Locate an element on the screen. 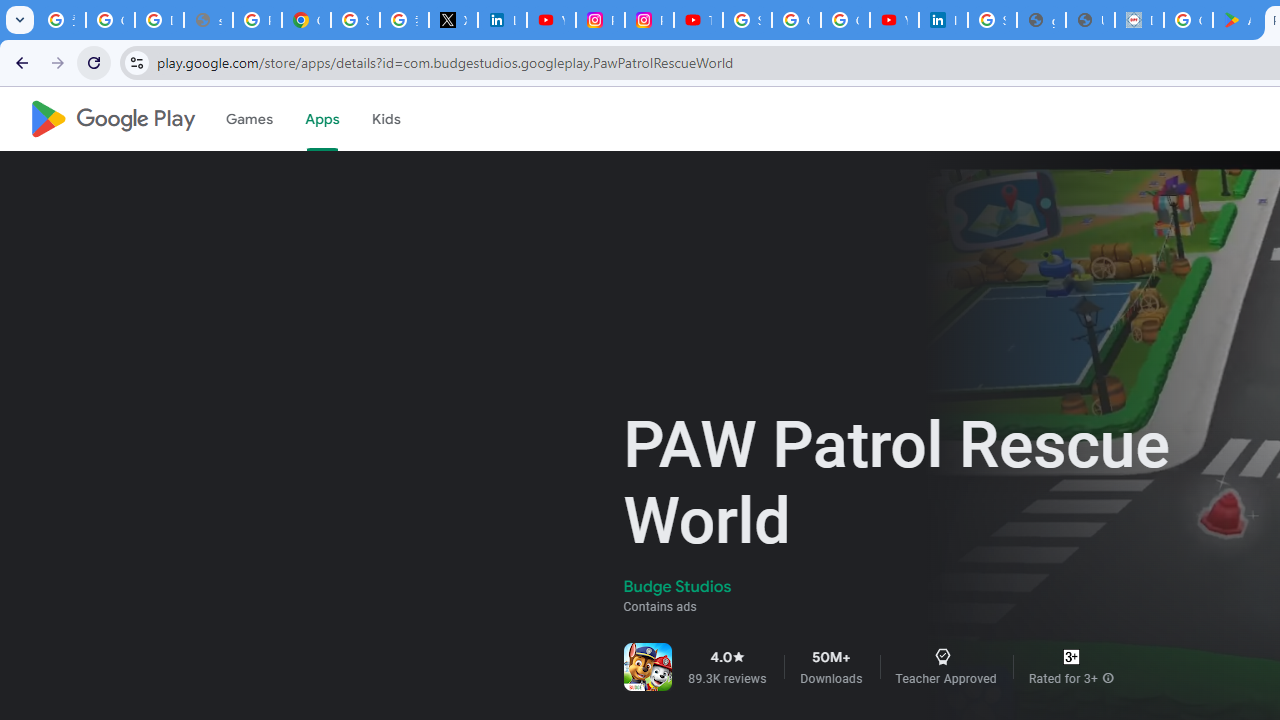 The width and height of the screenshot is (1280, 720). 'Privacy Help Center - Policies Help' is located at coordinates (256, 20).